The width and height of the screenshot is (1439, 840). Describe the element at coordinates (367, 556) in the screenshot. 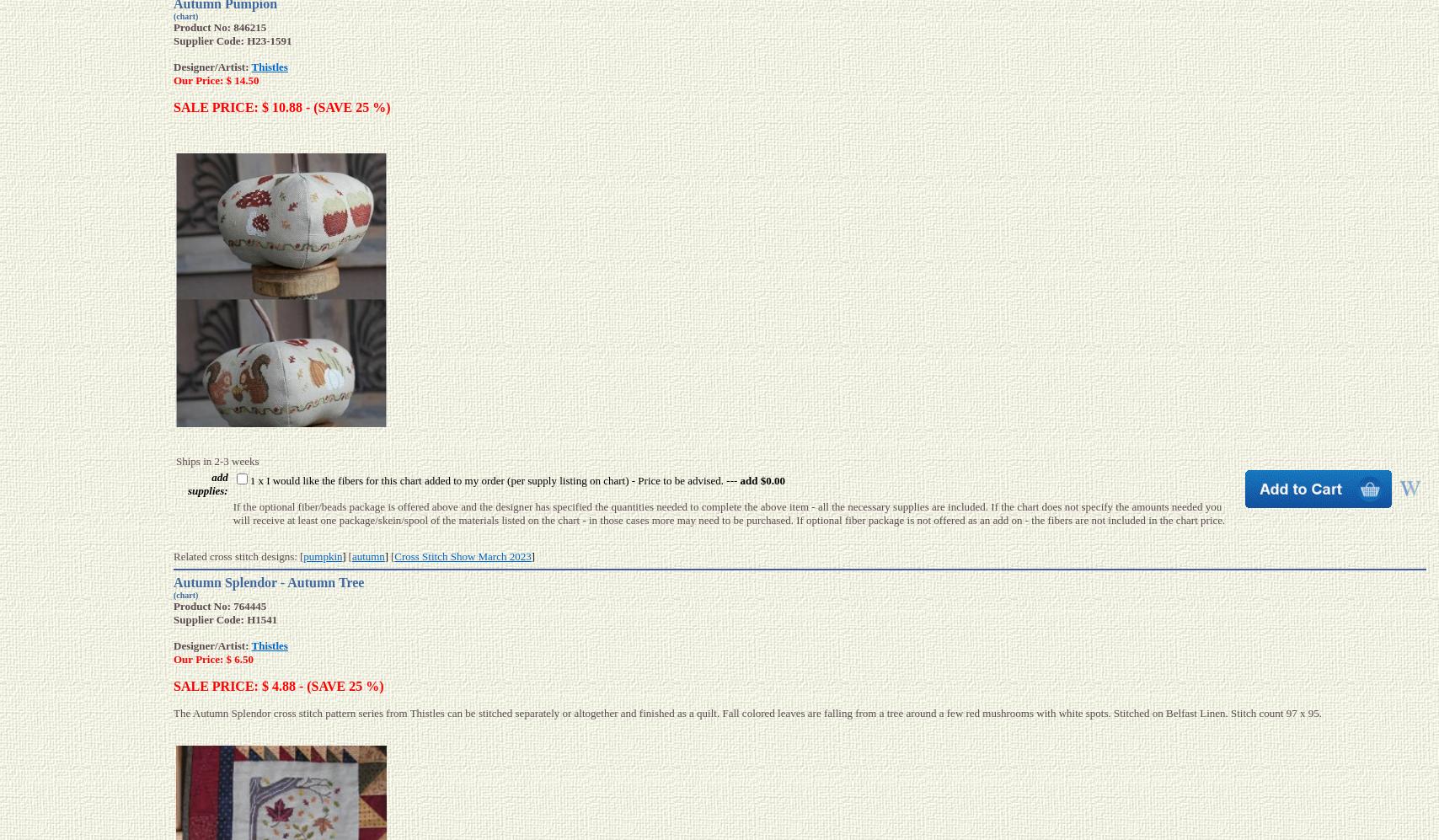

I see `'autumn'` at that location.